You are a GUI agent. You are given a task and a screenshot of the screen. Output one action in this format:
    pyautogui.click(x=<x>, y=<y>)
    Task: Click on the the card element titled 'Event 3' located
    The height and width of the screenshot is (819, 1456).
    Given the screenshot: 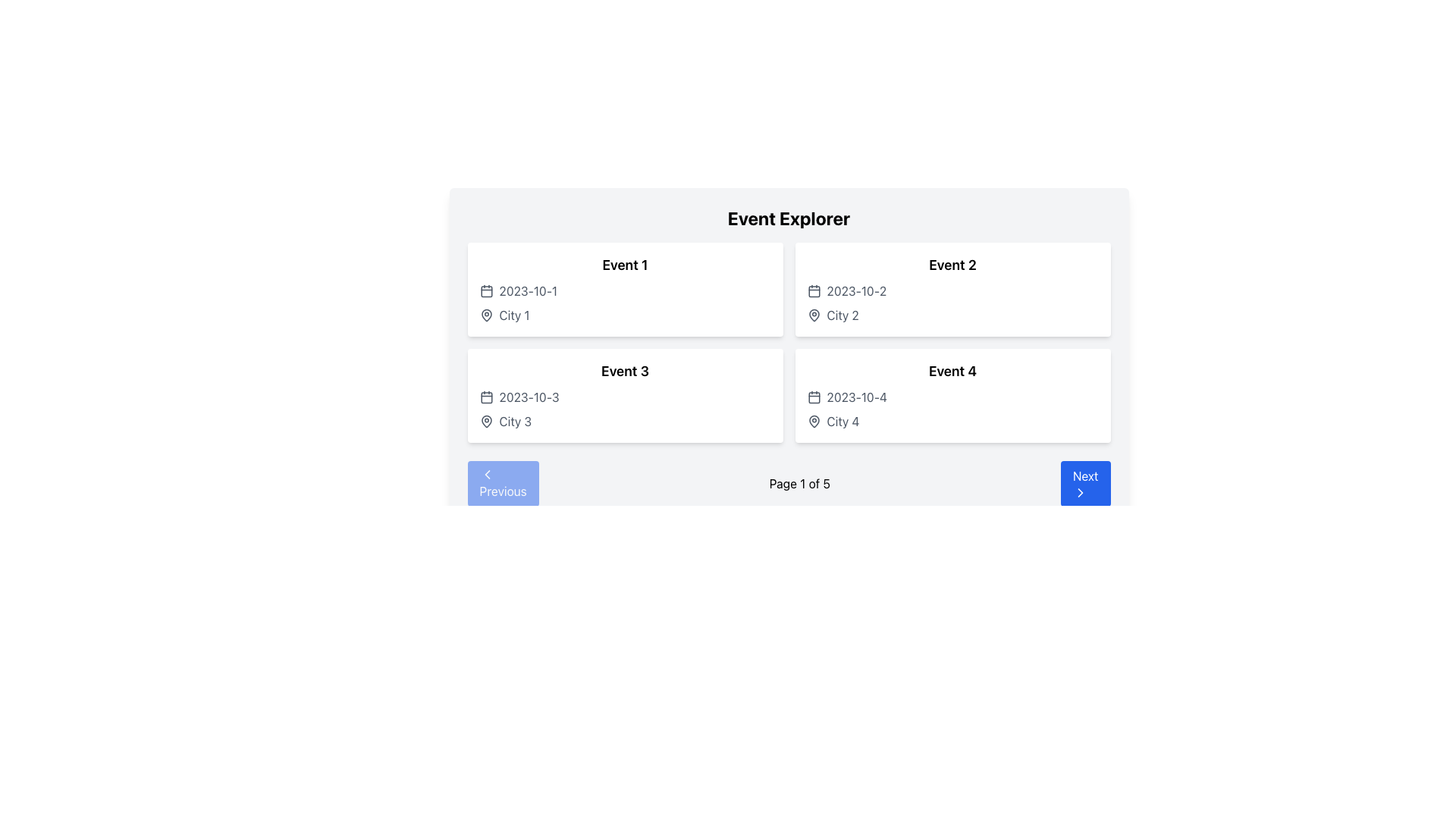 What is the action you would take?
    pyautogui.click(x=625, y=394)
    